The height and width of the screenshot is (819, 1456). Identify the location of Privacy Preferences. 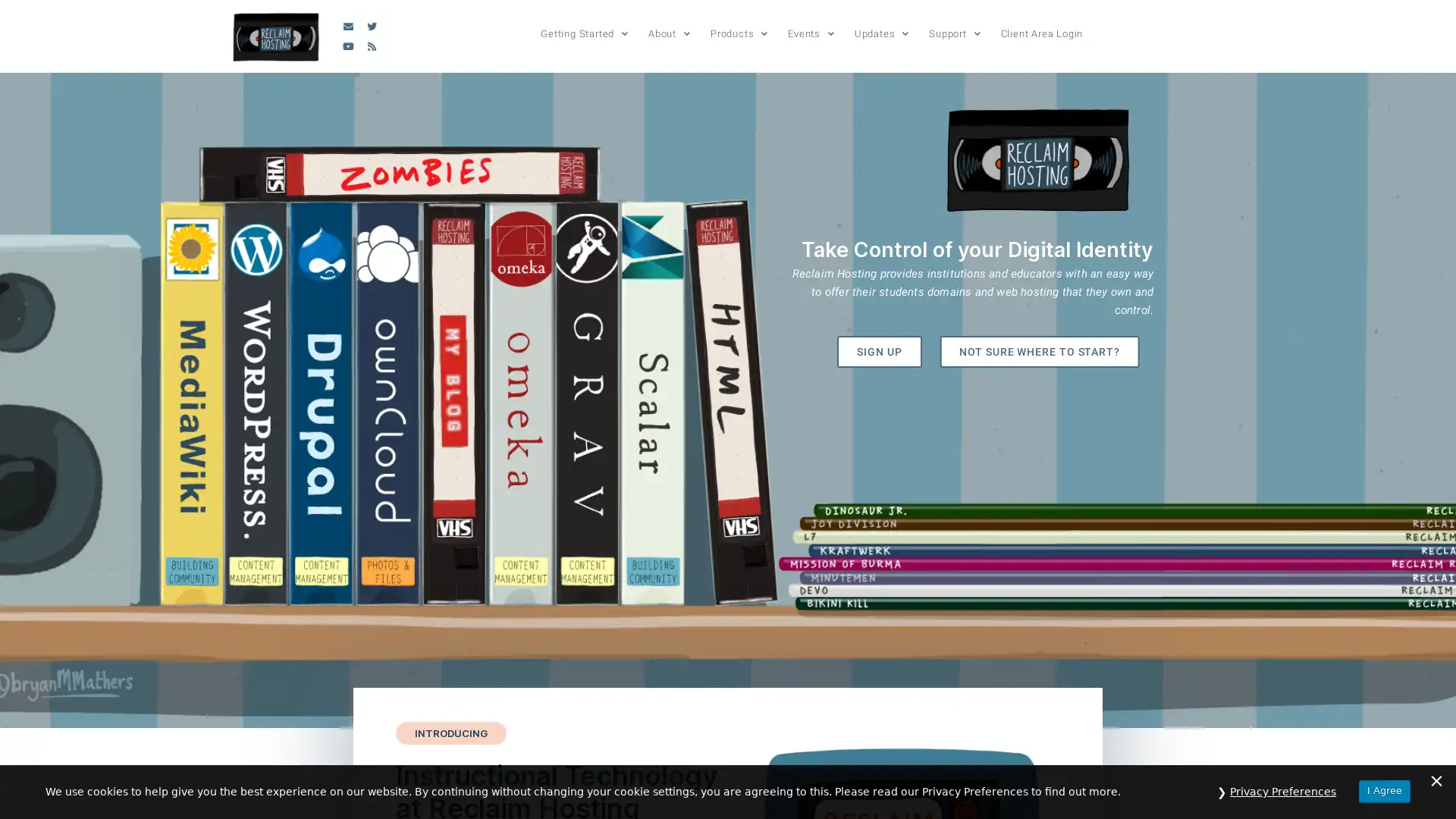
(1282, 791).